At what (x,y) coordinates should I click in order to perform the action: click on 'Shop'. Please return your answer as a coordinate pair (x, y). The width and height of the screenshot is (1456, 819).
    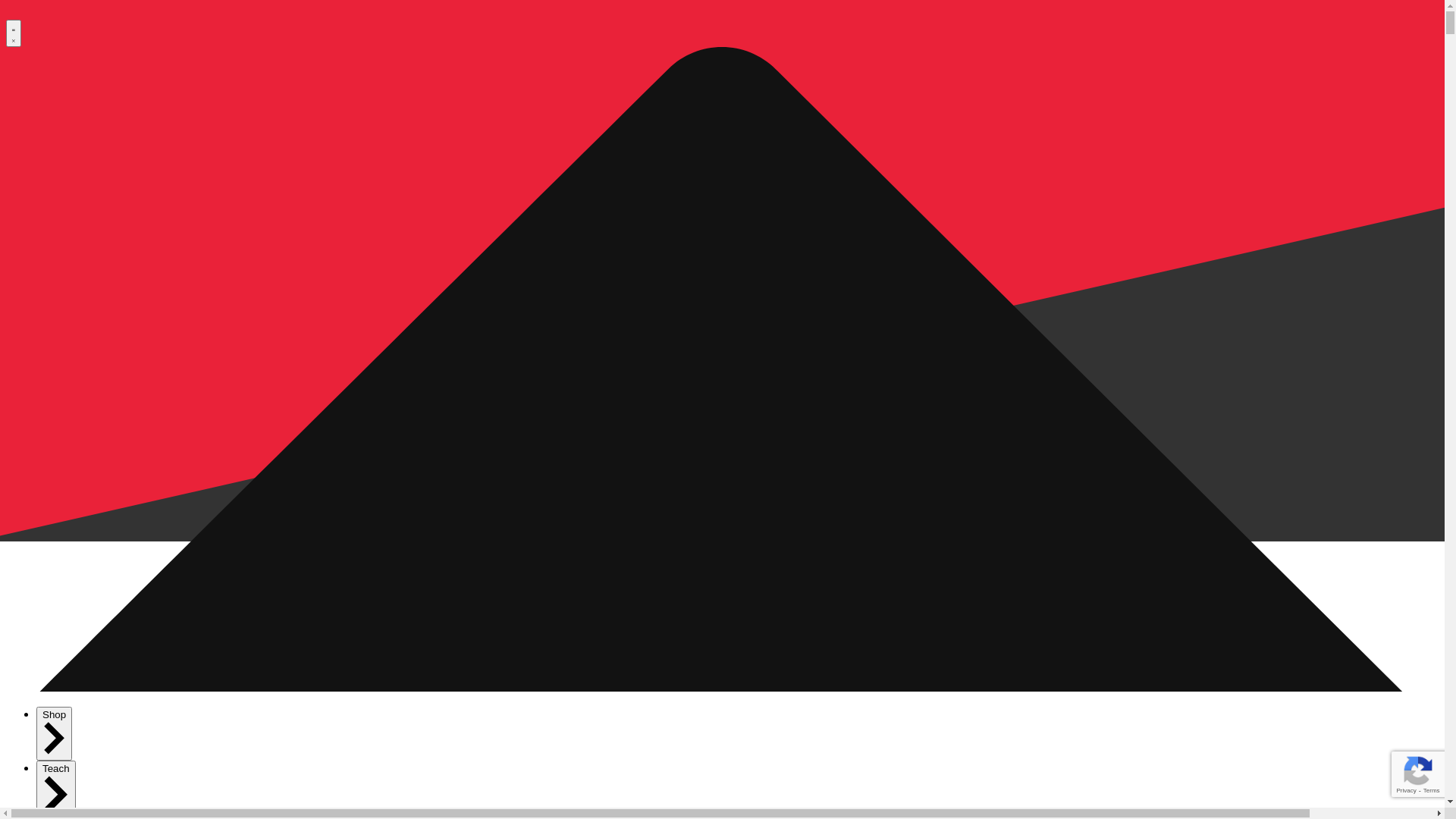
    Looking at the image, I should click on (54, 733).